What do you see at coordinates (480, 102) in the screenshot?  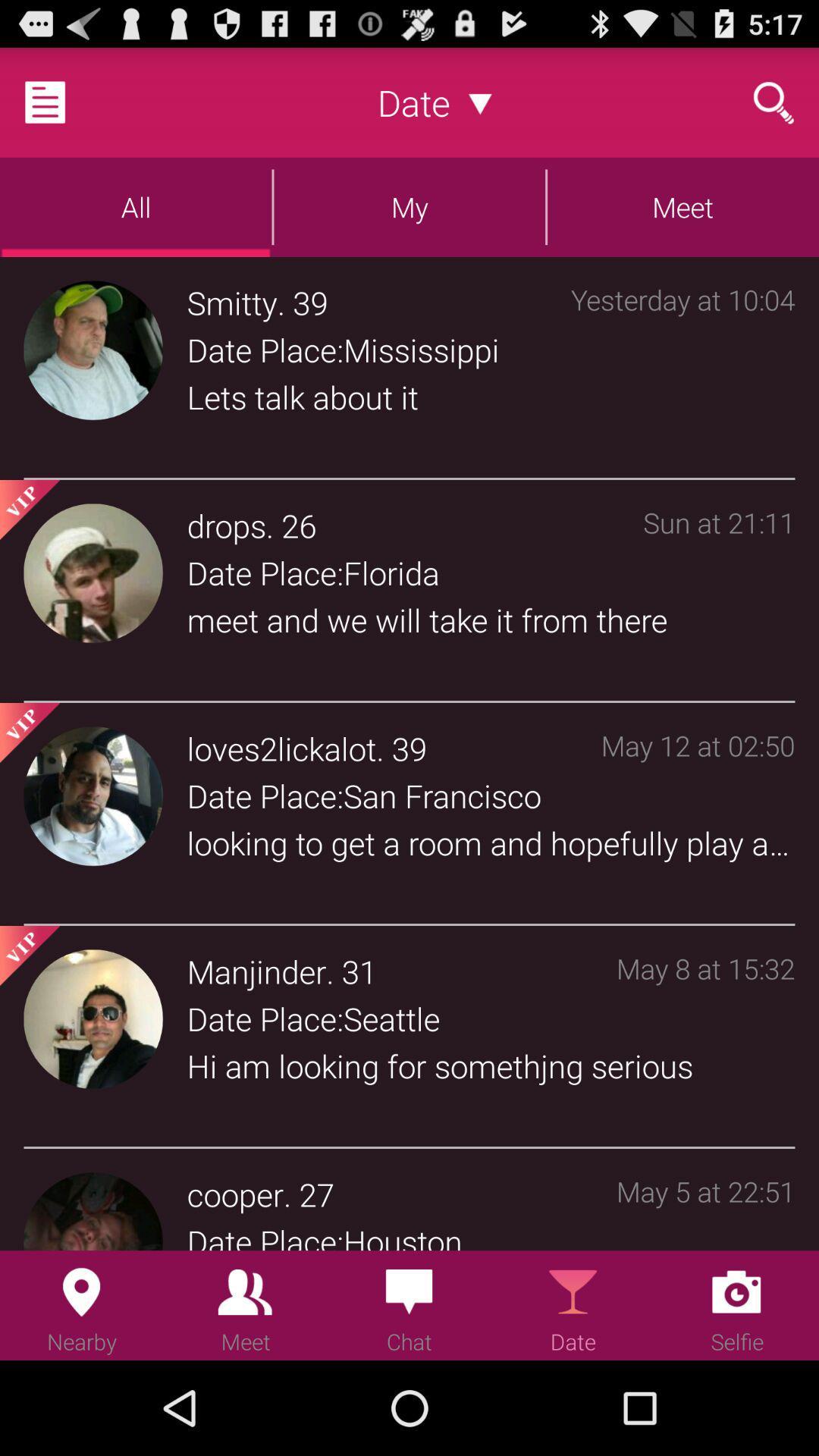 I see `sort date by ascending or descending` at bounding box center [480, 102].